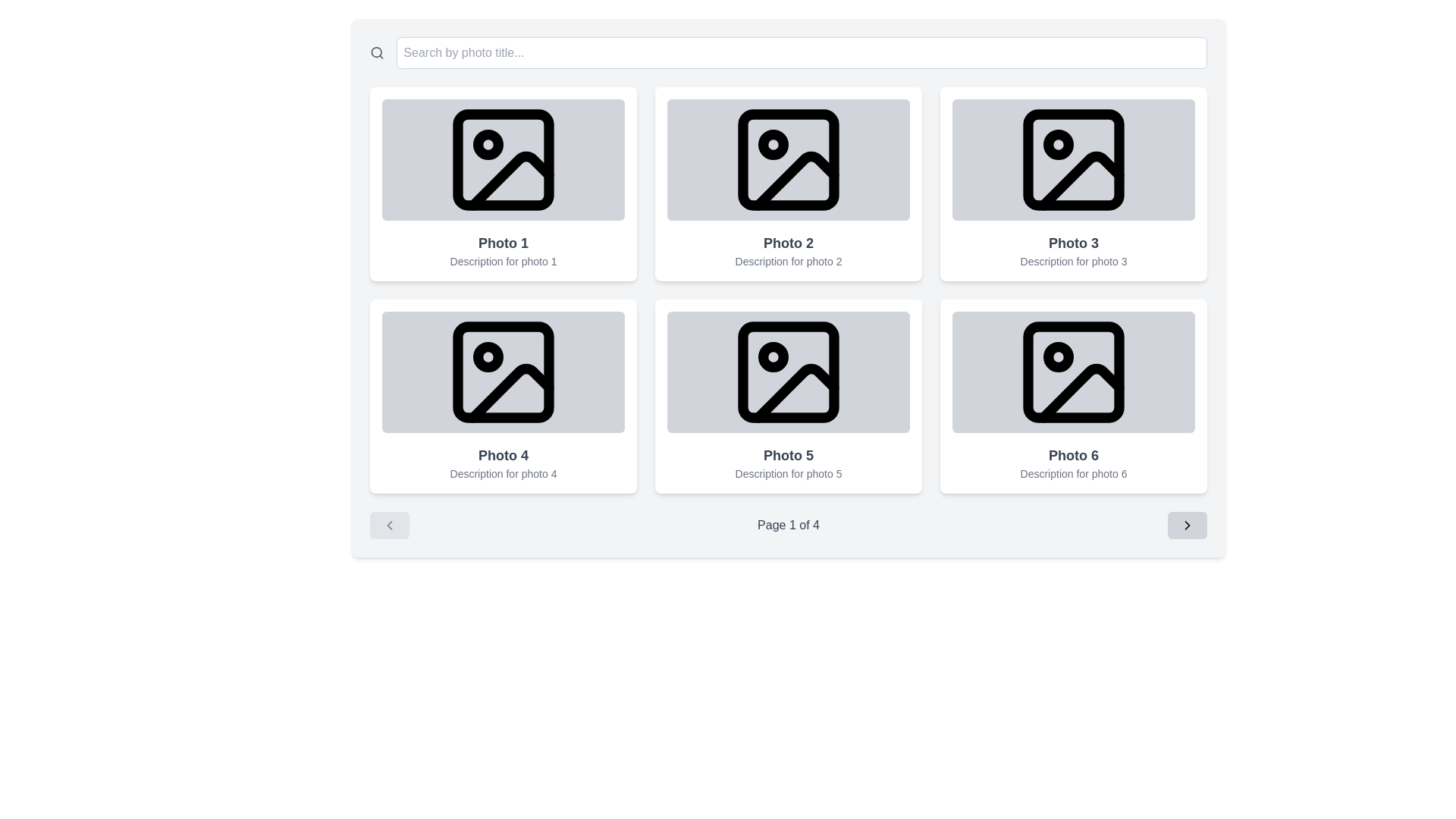 Image resolution: width=1456 pixels, height=819 pixels. What do you see at coordinates (789, 242) in the screenshot?
I see `the Text label that serves as the title for the second card in the first row of the card grid layout, positioned below the image placeholder and above the description text` at bounding box center [789, 242].